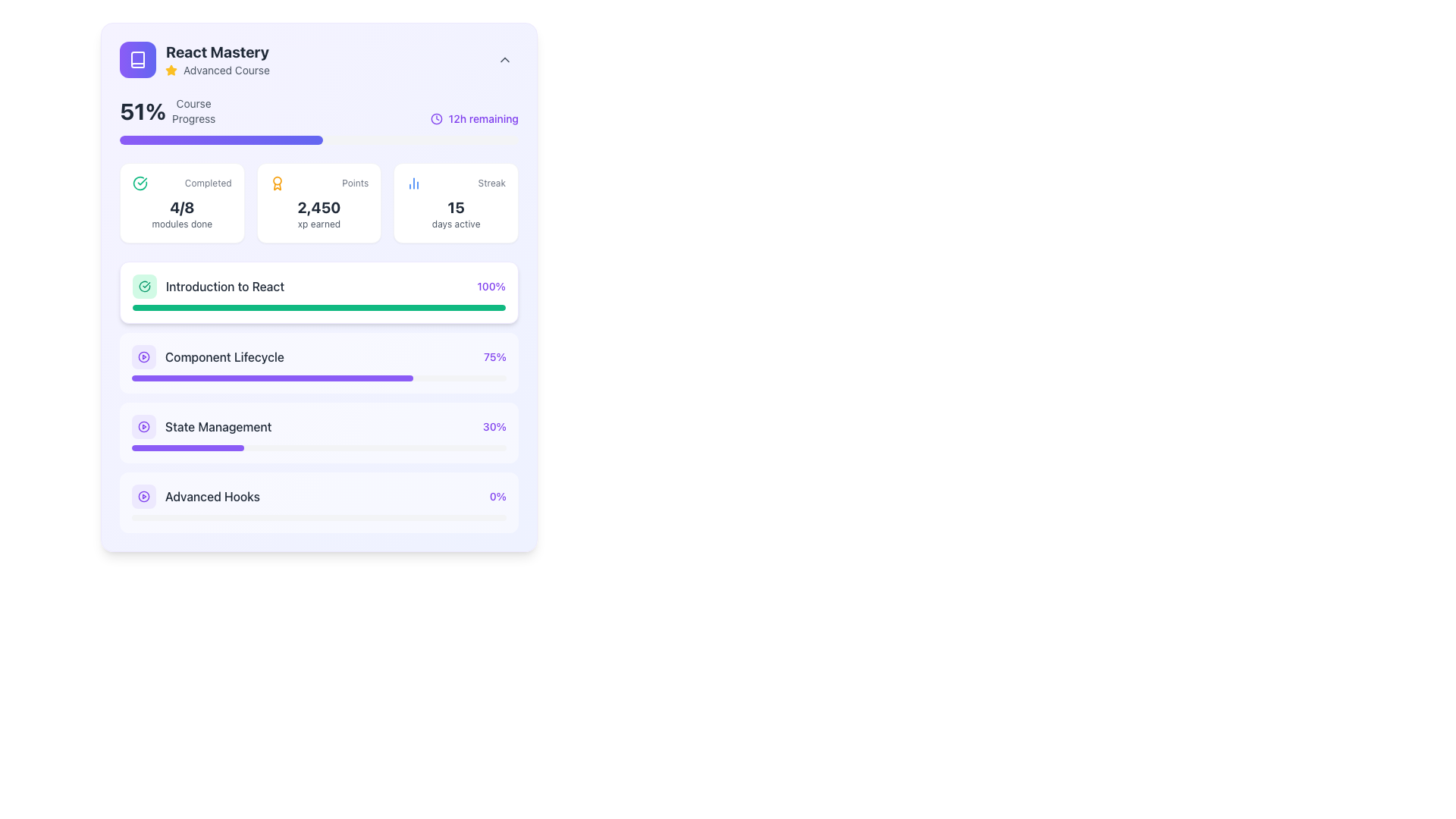 This screenshot has width=1456, height=819. What do you see at coordinates (171, 70) in the screenshot?
I see `the star icon, which is filled with yellow and has a black outline, located above the text 'Advanced Course'` at bounding box center [171, 70].